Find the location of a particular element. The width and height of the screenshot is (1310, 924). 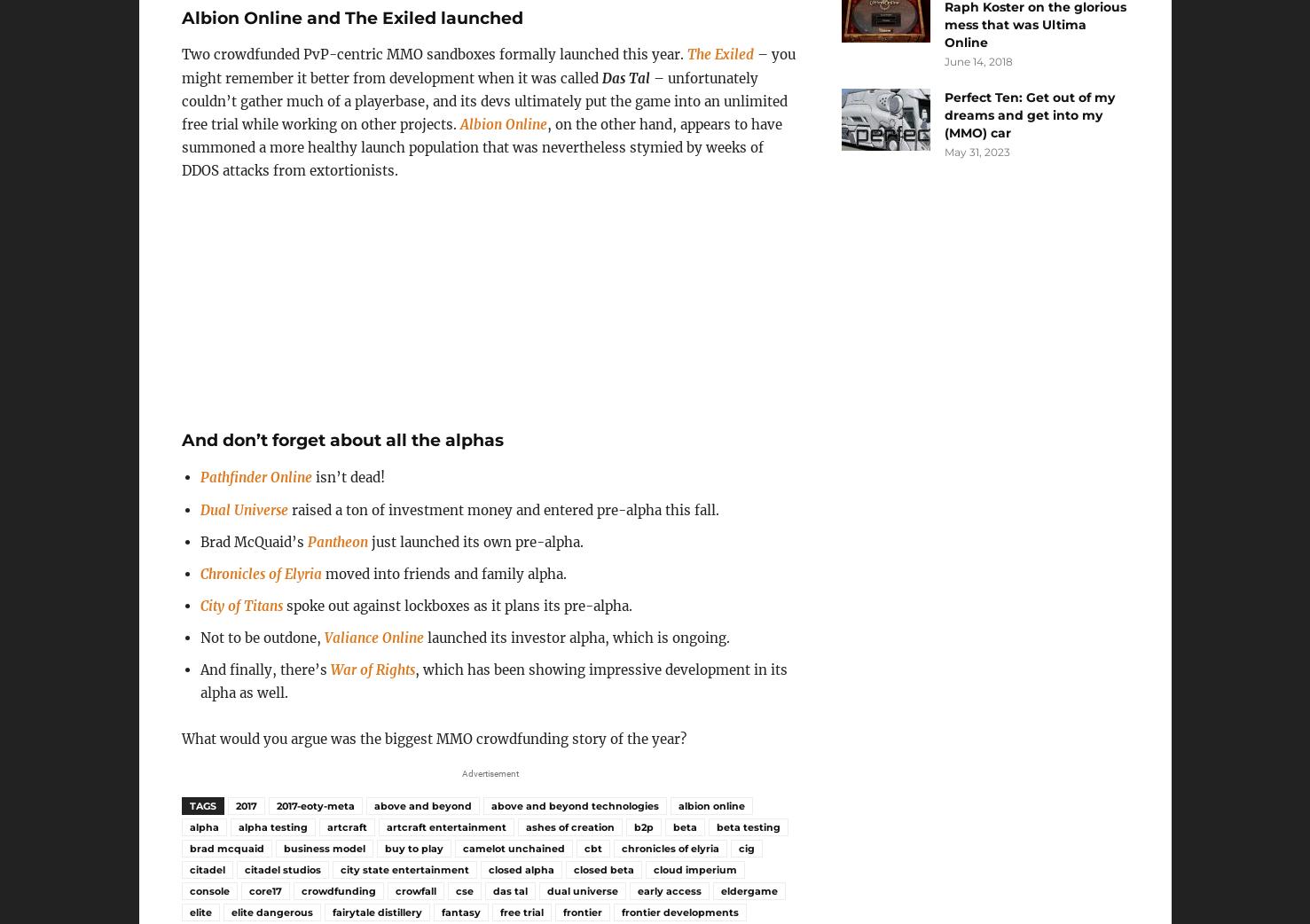

'Chronicles of Elyria' is located at coordinates (199, 573).